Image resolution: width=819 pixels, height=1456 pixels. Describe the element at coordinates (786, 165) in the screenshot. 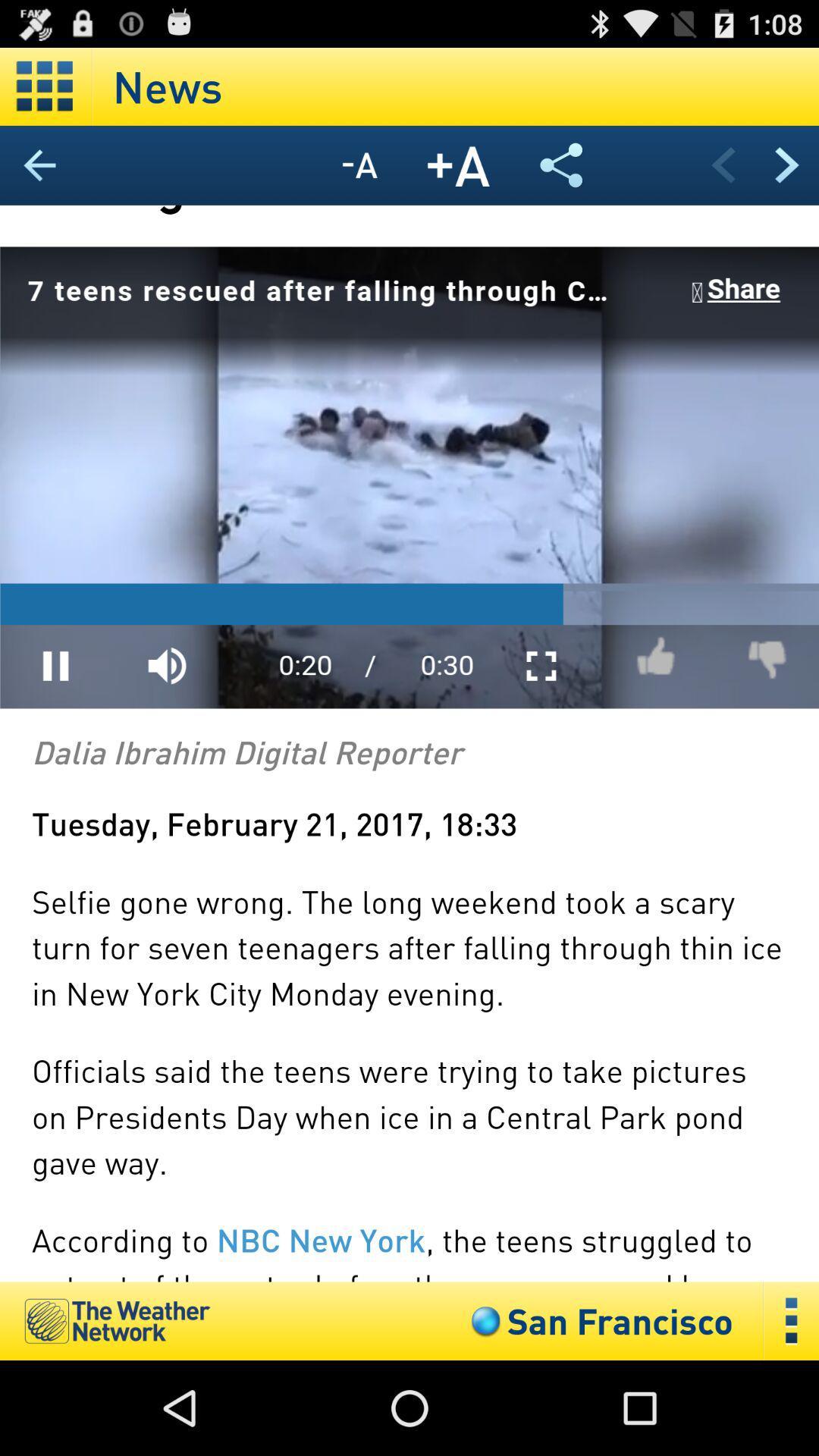

I see `previous` at that location.